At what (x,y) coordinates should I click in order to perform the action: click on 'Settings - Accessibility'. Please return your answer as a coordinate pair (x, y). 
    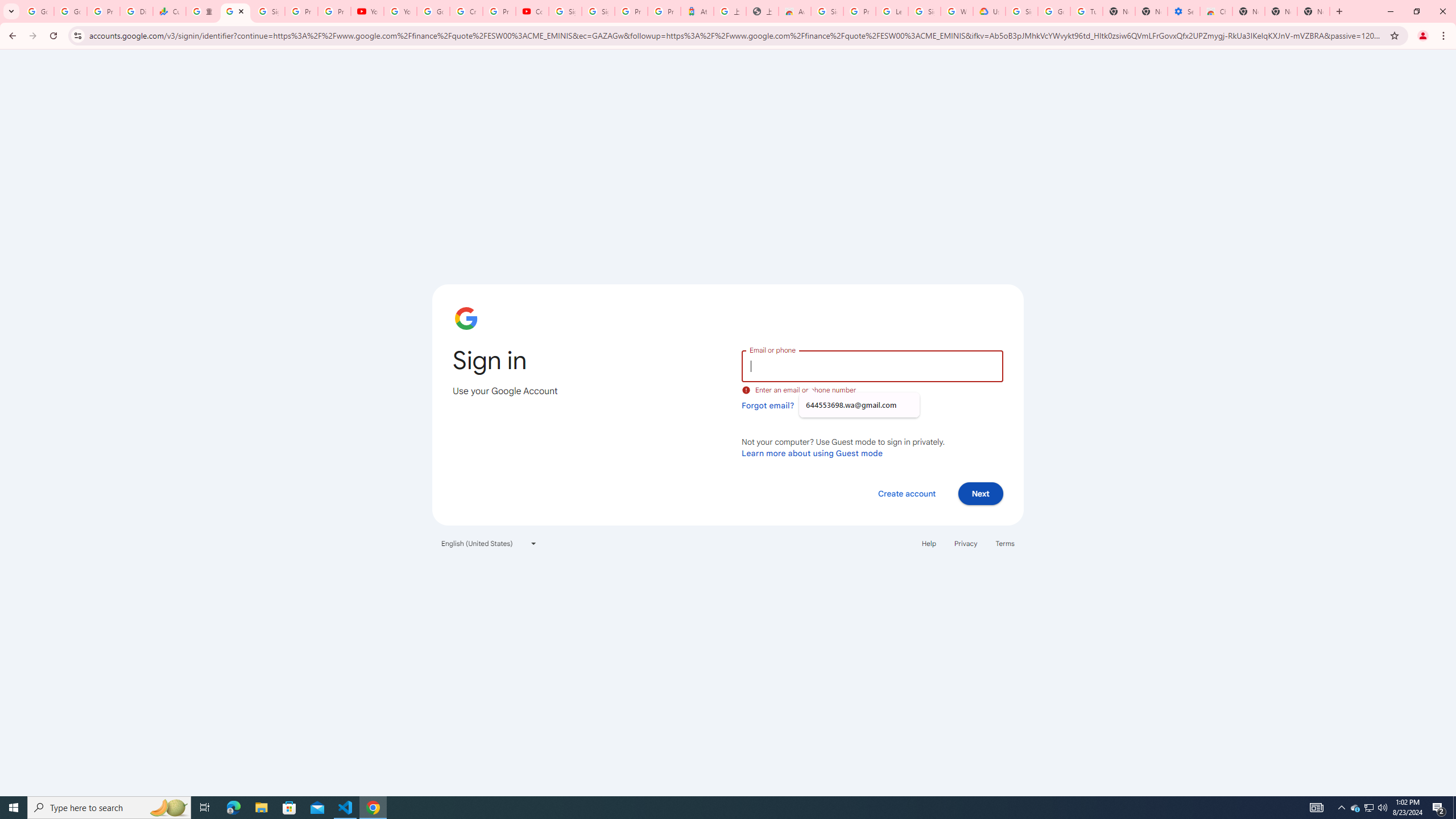
    Looking at the image, I should click on (1183, 11).